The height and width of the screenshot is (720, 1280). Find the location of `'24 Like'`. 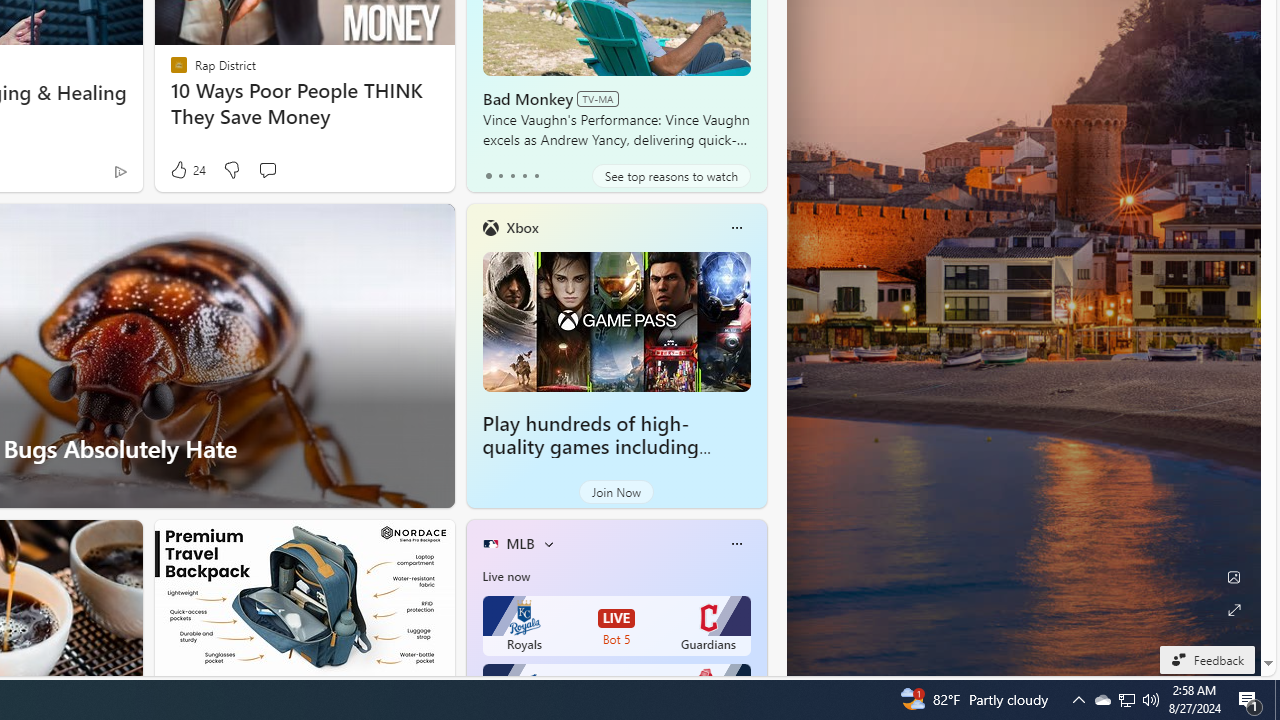

'24 Like' is located at coordinates (186, 169).